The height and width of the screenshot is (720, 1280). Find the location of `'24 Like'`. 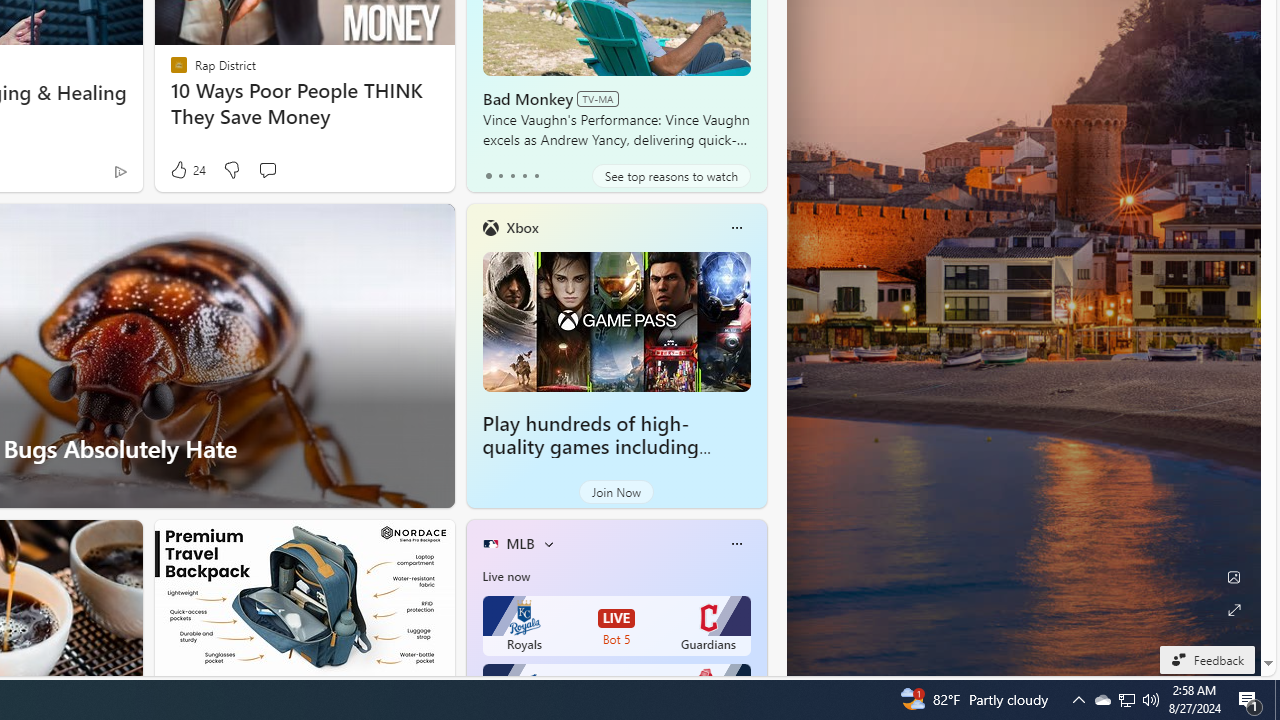

'24 Like' is located at coordinates (186, 169).